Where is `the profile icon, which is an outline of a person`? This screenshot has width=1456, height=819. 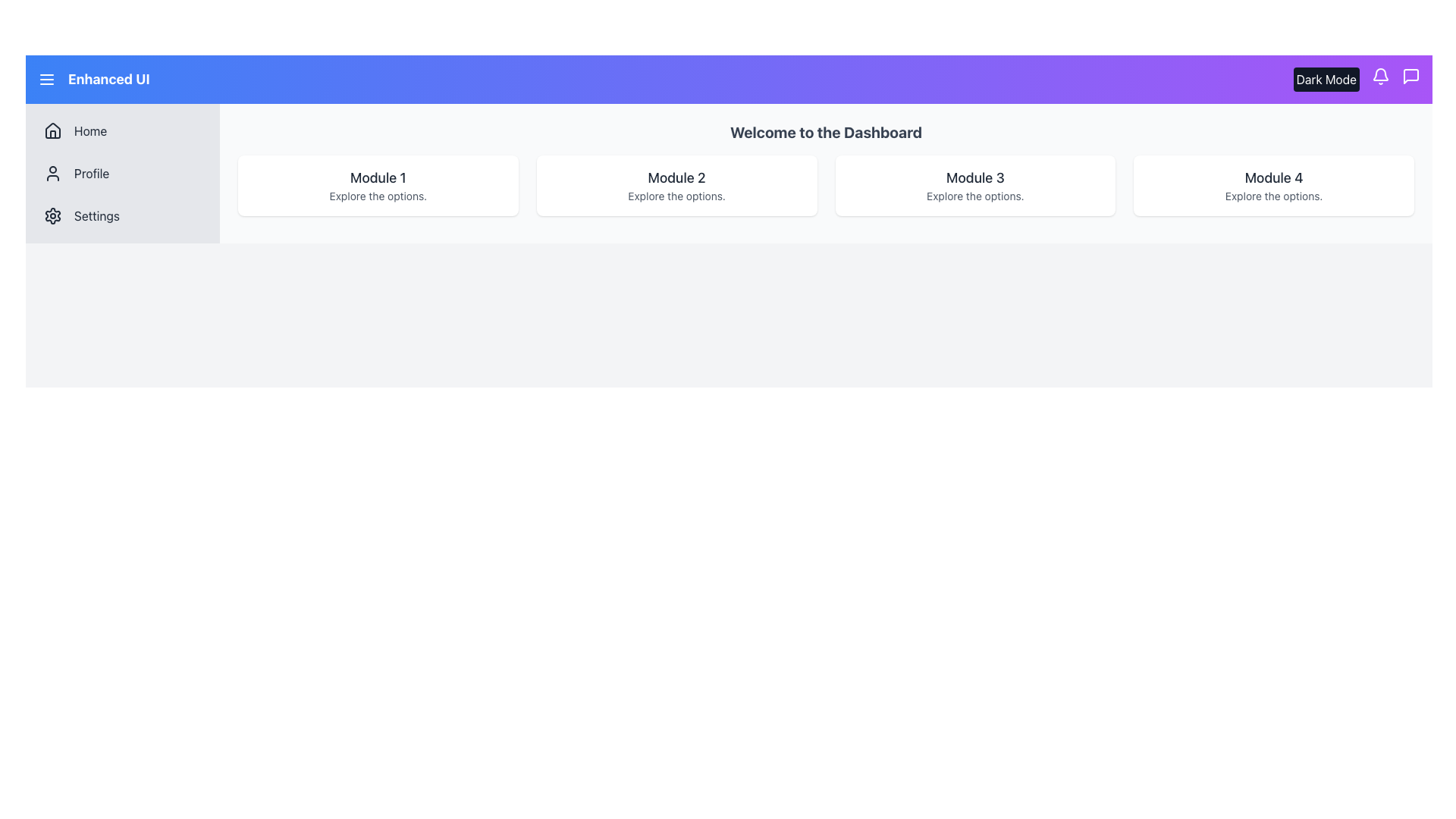 the profile icon, which is an outline of a person is located at coordinates (53, 172).